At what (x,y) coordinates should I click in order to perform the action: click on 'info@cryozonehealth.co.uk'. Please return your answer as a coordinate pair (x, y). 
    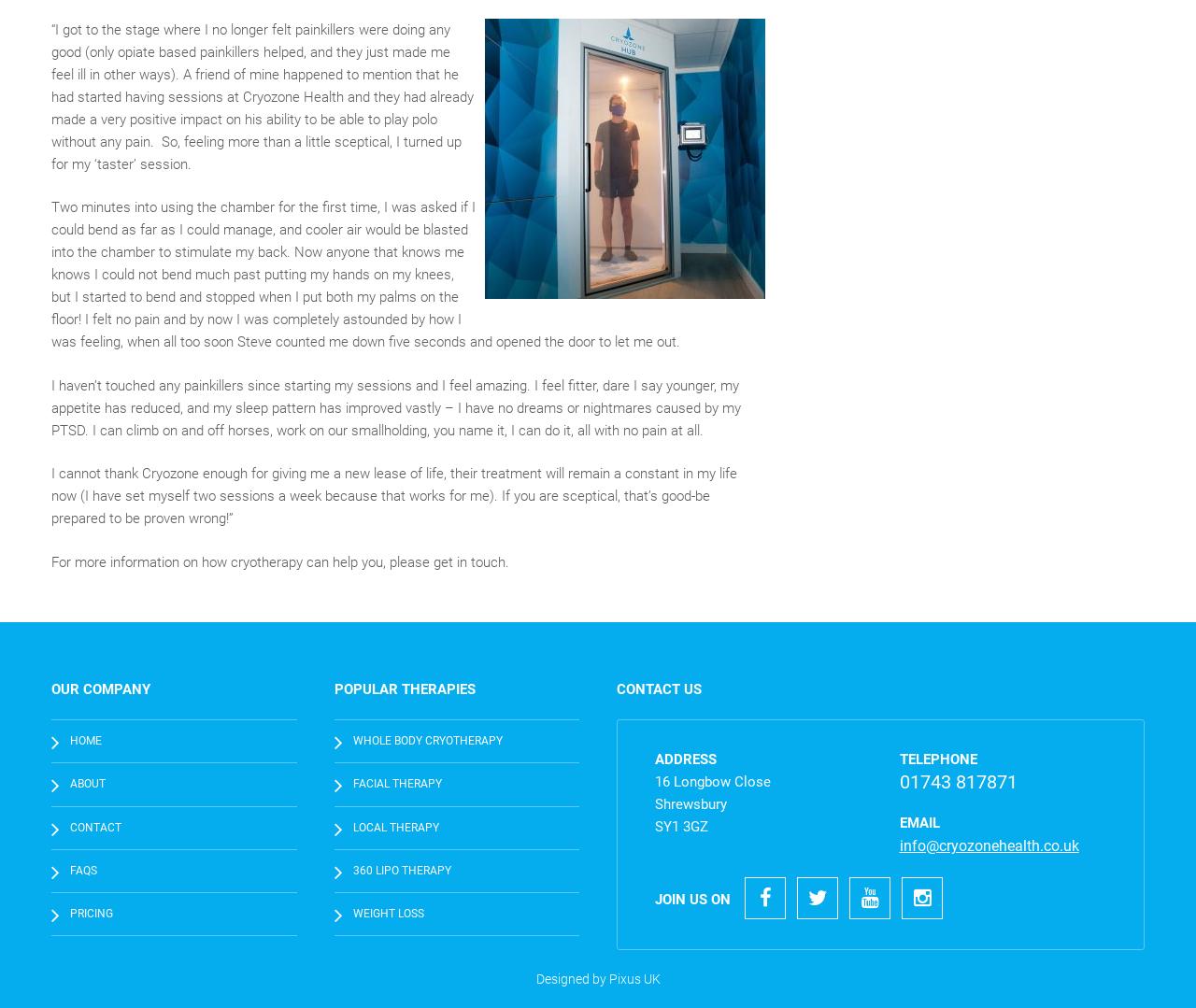
    Looking at the image, I should click on (988, 845).